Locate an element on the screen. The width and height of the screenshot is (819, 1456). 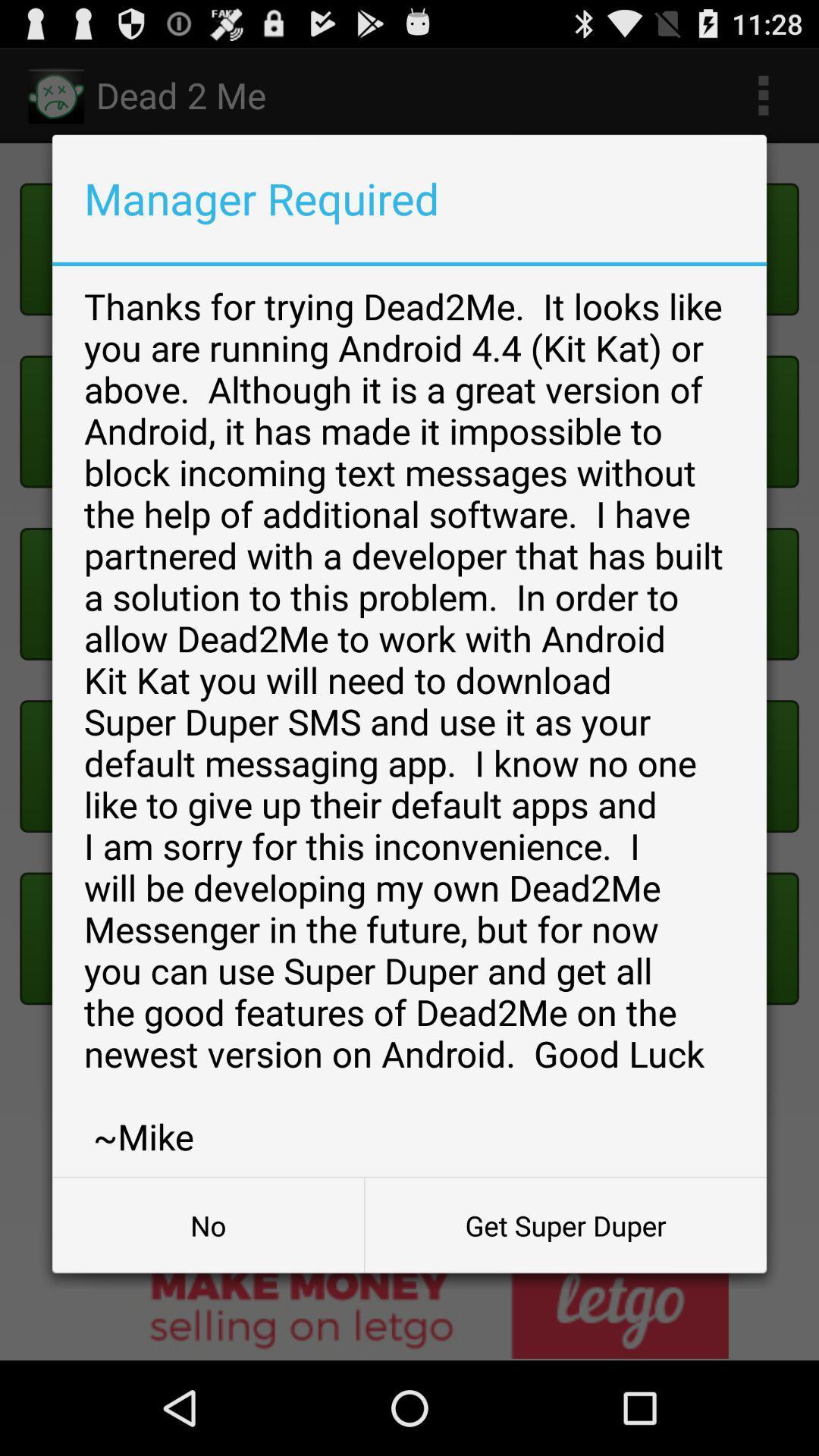
icon at the bottom right corner is located at coordinates (566, 1225).